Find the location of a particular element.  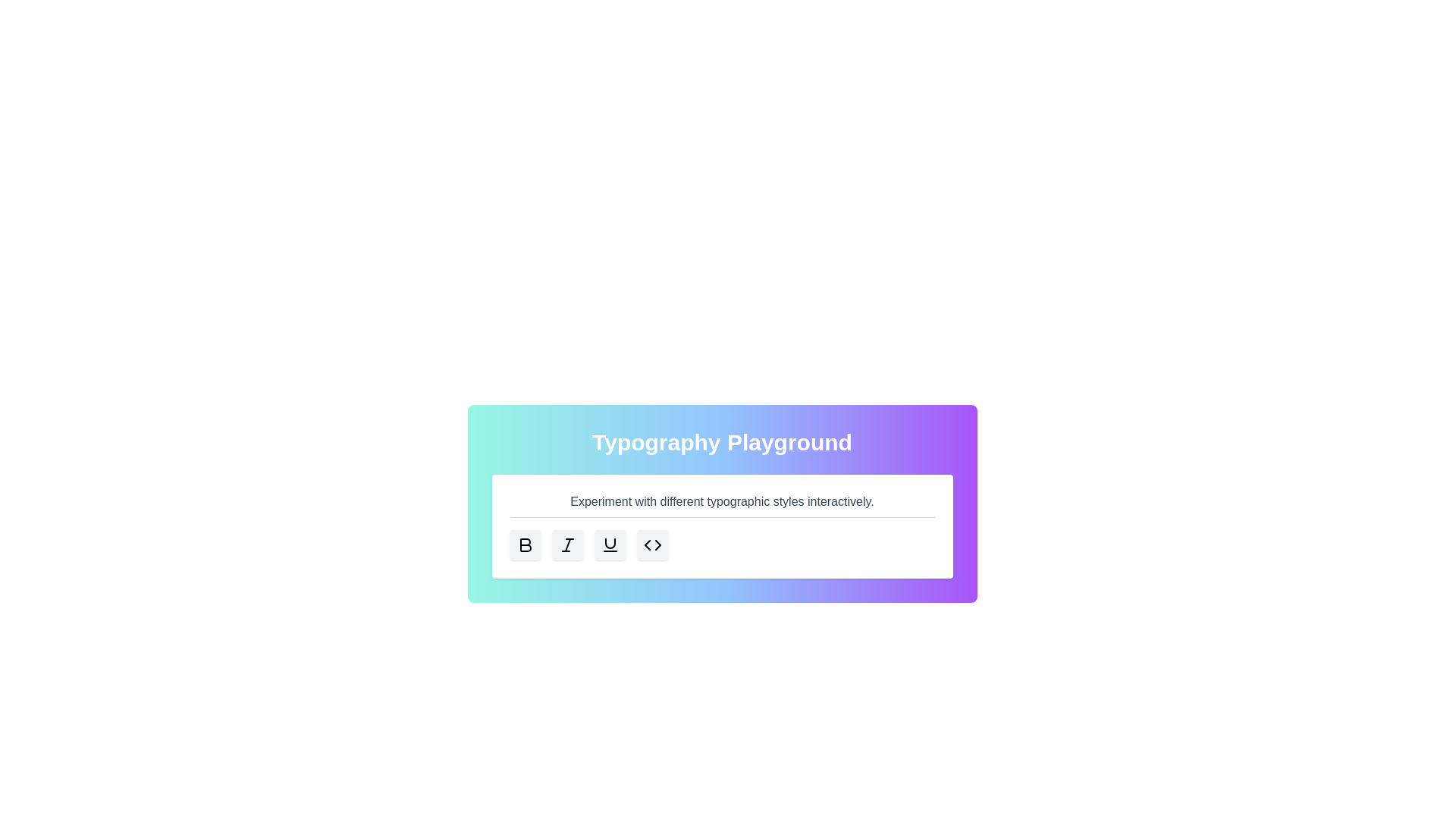

the button icon representing code or syntax, located as the fourth button in a row of icons beneath the 'Experiment with different typographic styles interactively' text is located at coordinates (652, 544).